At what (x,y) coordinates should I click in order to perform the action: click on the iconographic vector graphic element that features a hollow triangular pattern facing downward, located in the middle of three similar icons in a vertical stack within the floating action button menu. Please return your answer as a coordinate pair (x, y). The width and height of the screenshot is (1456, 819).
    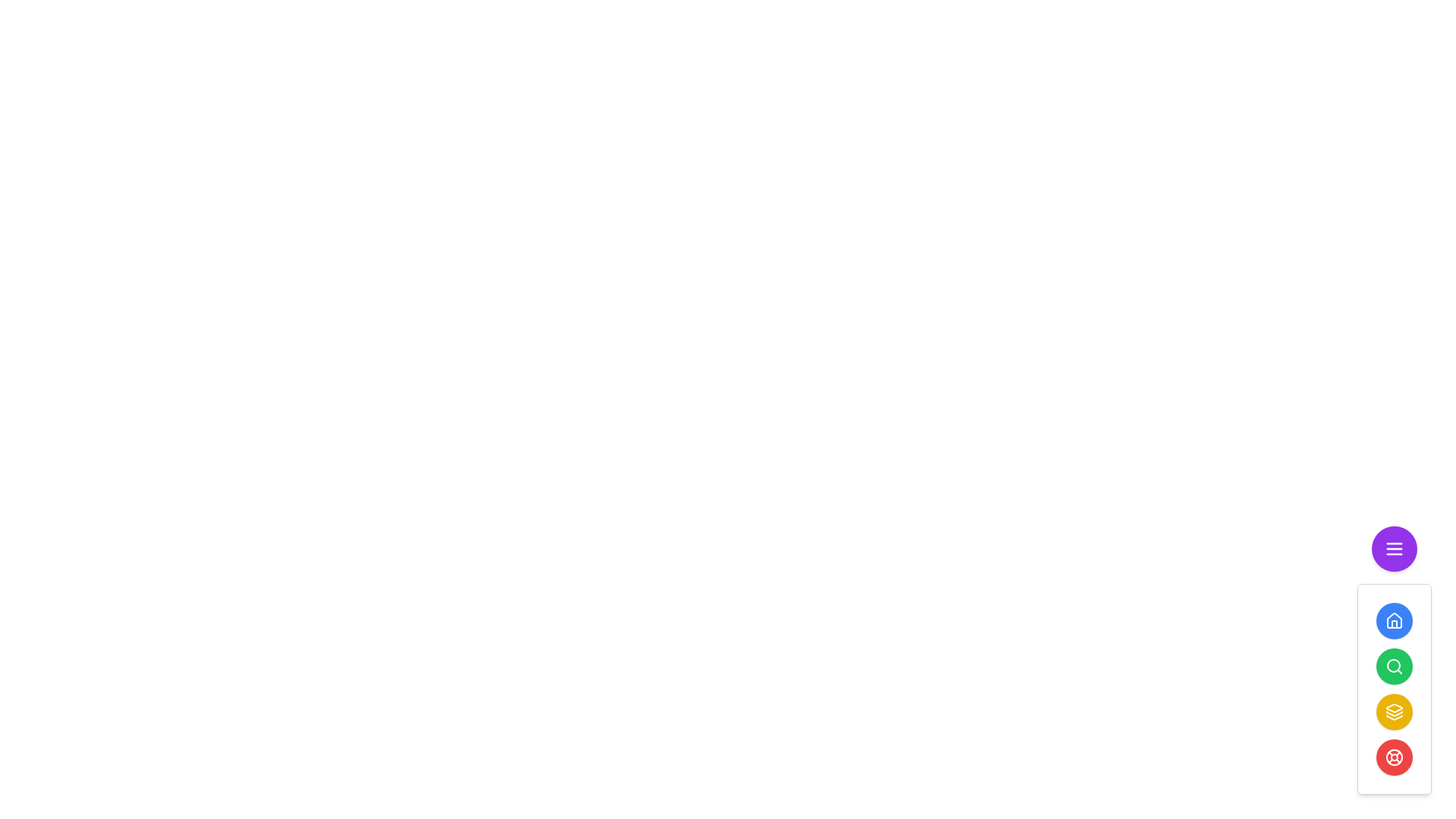
    Looking at the image, I should click on (1394, 714).